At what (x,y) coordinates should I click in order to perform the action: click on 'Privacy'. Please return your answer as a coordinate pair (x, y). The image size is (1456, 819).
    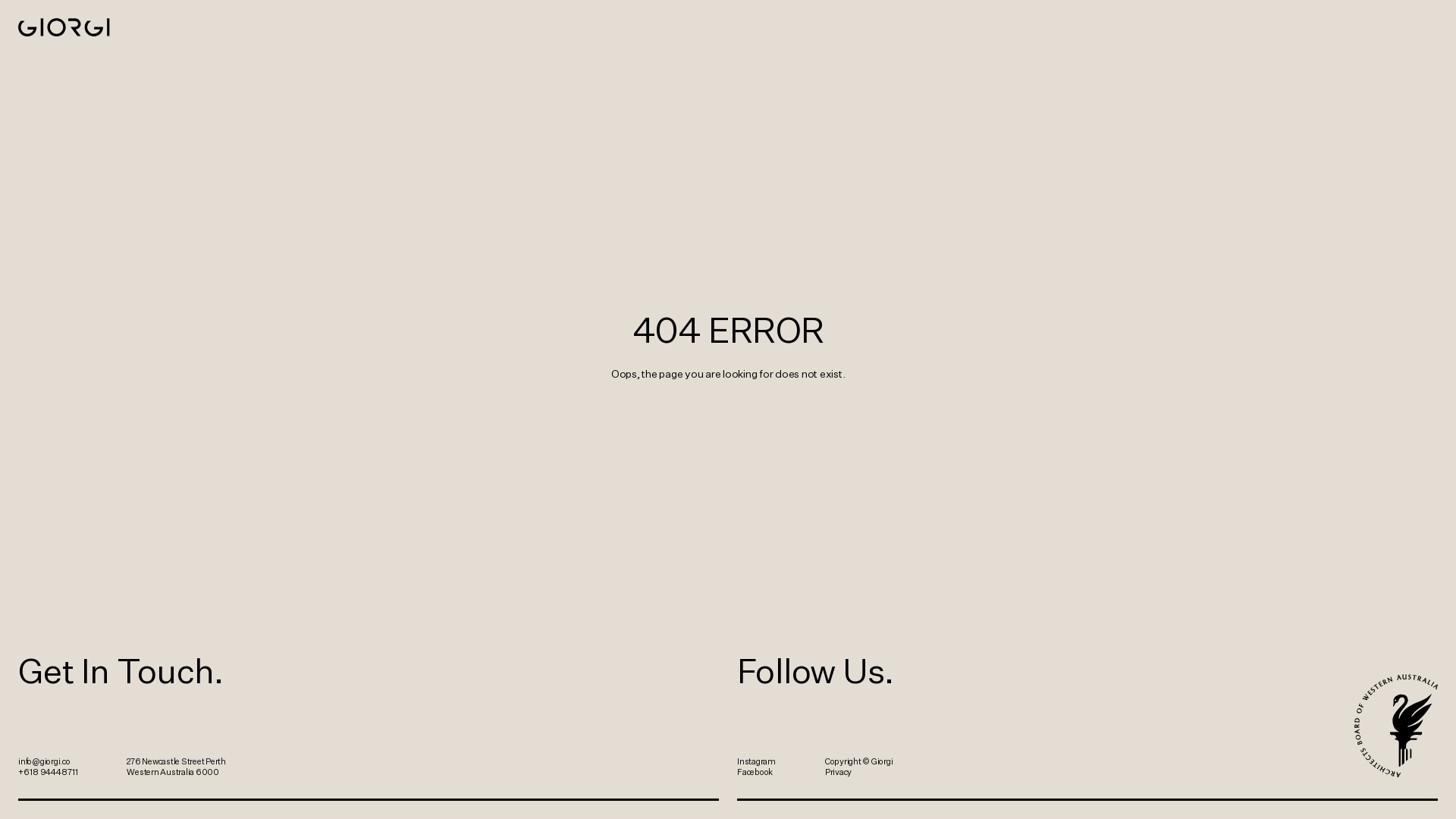
    Looking at the image, I should click on (837, 771).